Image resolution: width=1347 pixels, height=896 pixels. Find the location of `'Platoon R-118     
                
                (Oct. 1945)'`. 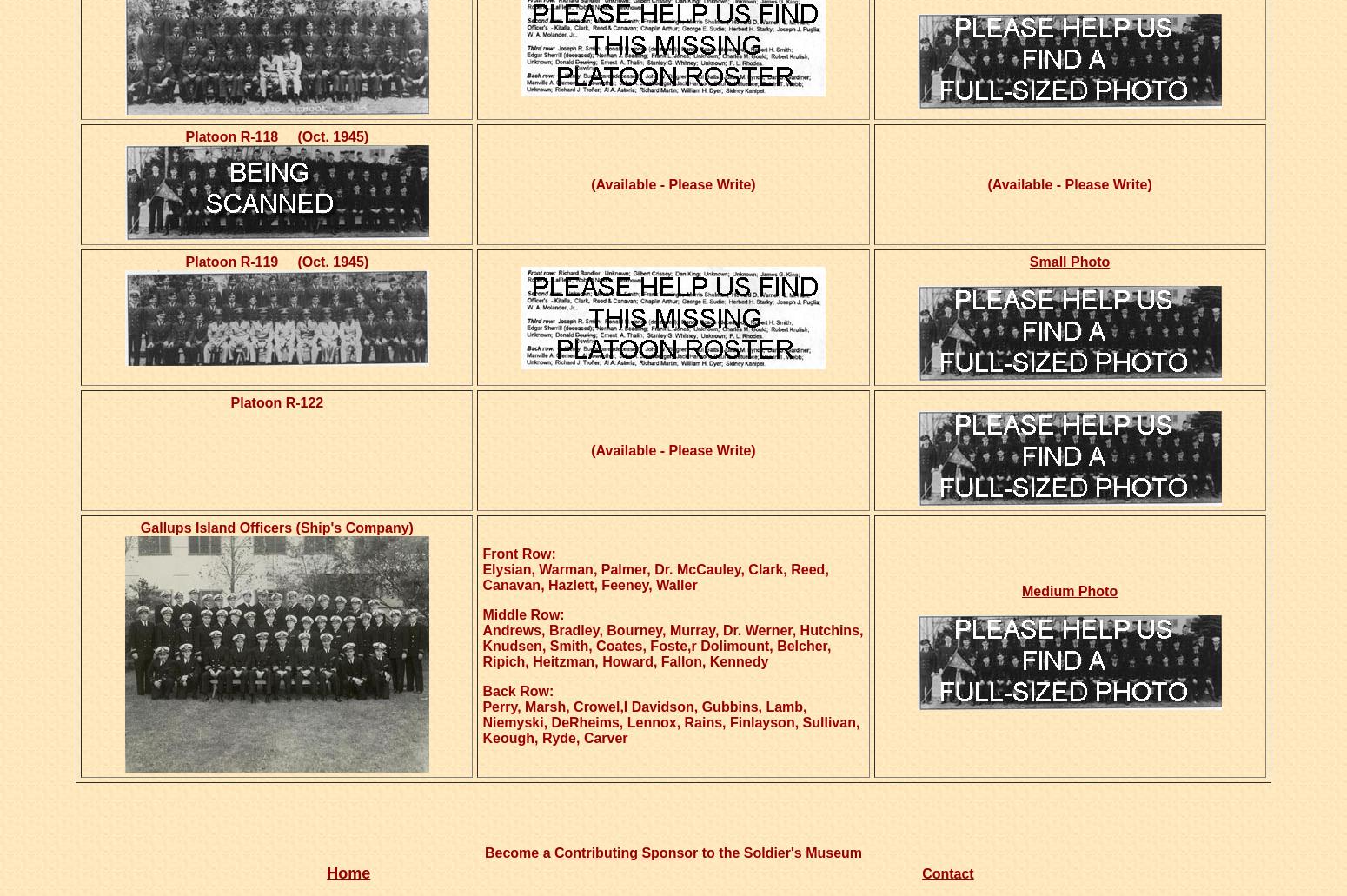

'Platoon R-118     
                
                (Oct. 1945)' is located at coordinates (183, 136).